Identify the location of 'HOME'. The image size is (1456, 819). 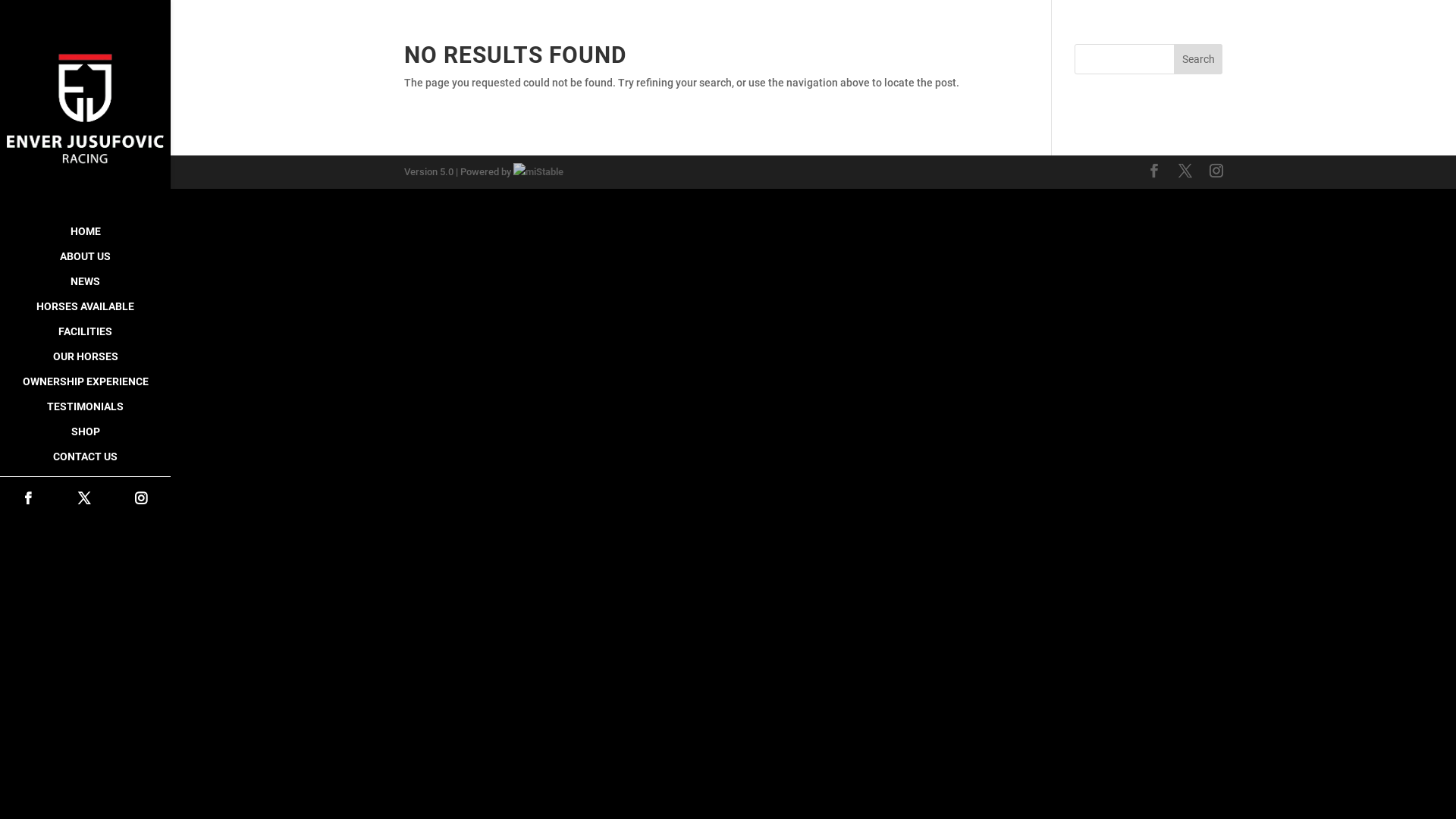
(84, 238).